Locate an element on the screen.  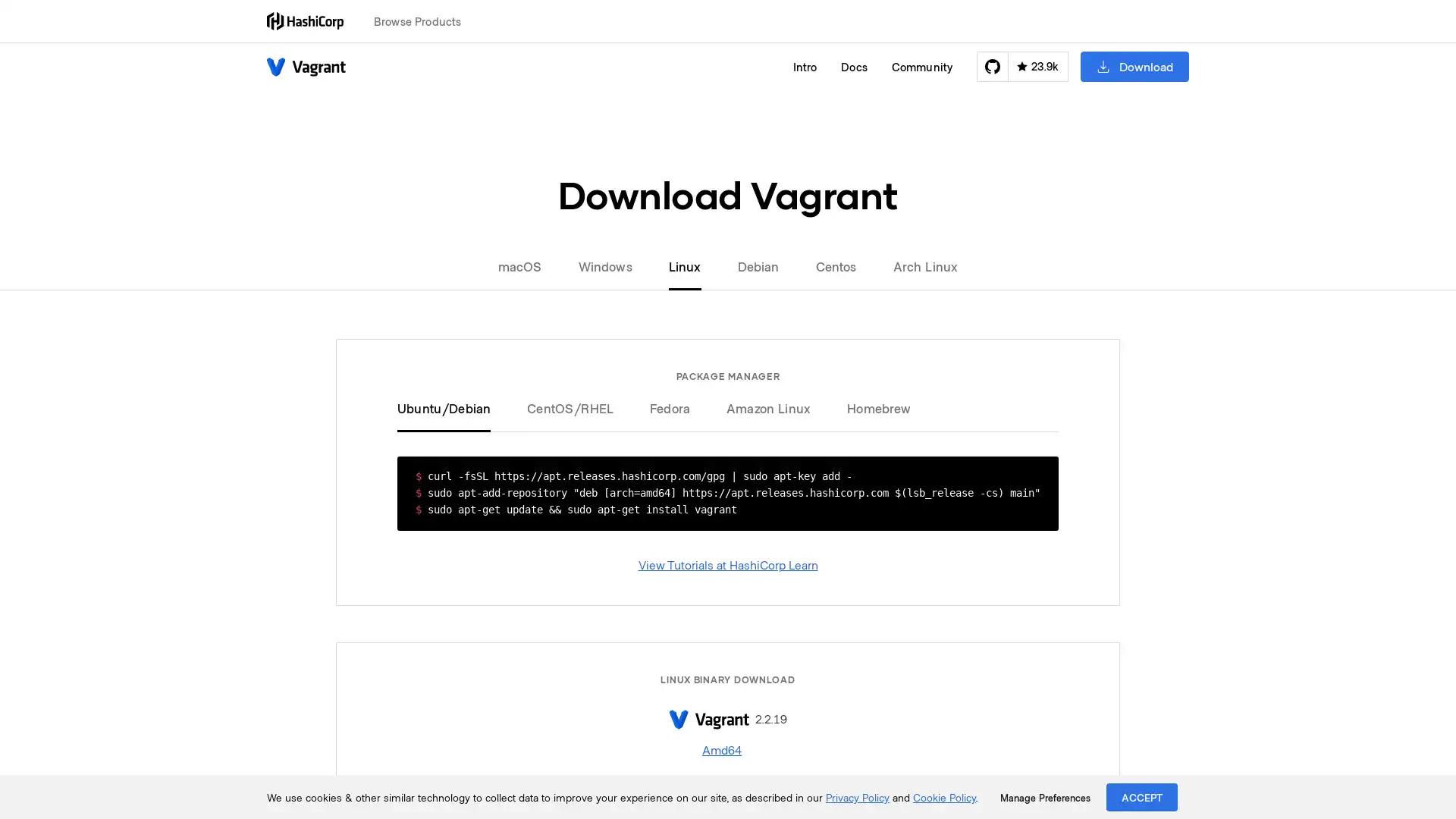
Amazon Linux is located at coordinates (768, 406).